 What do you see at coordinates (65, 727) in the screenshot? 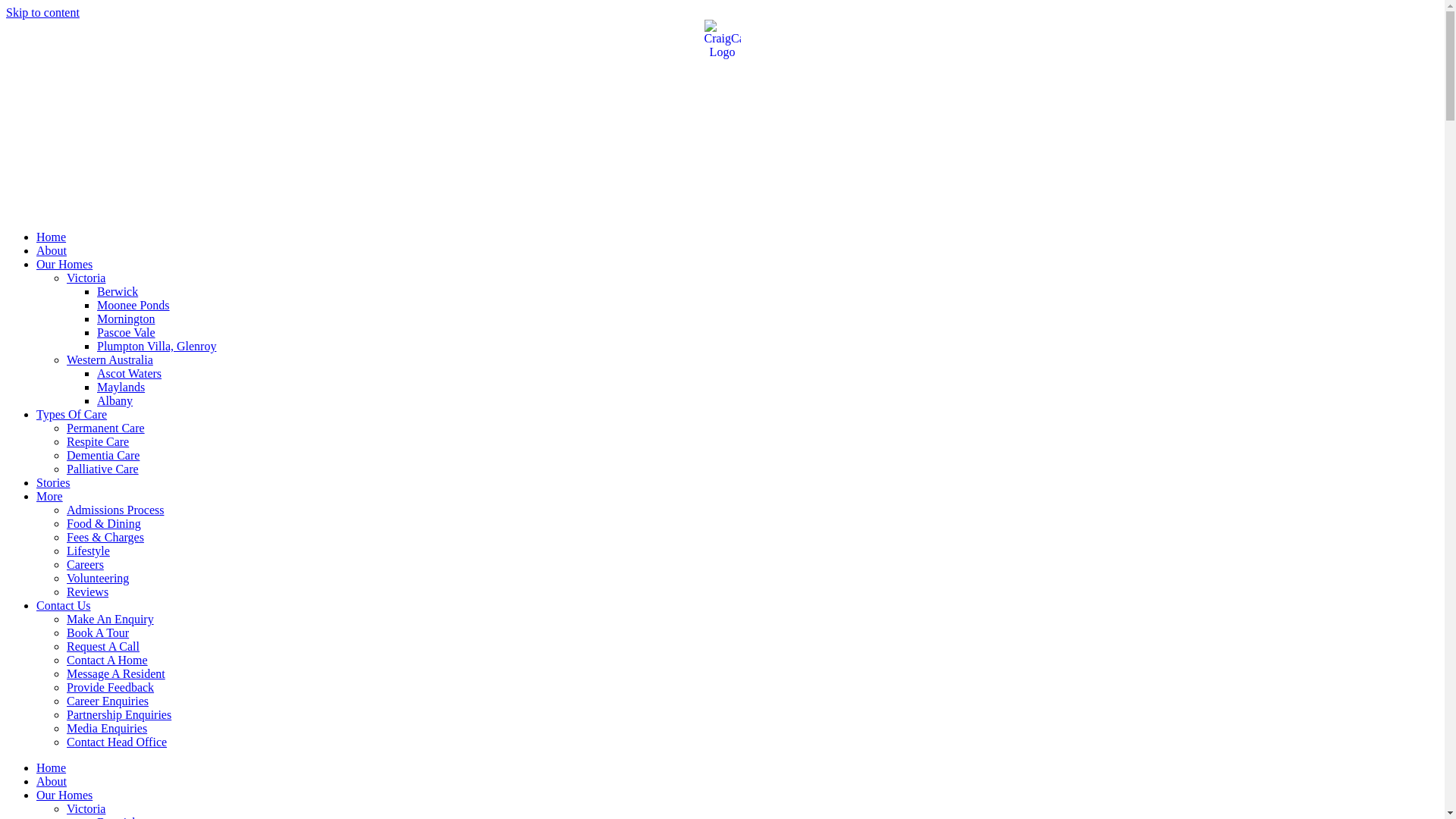
I see `'Media Enquiries'` at bounding box center [65, 727].